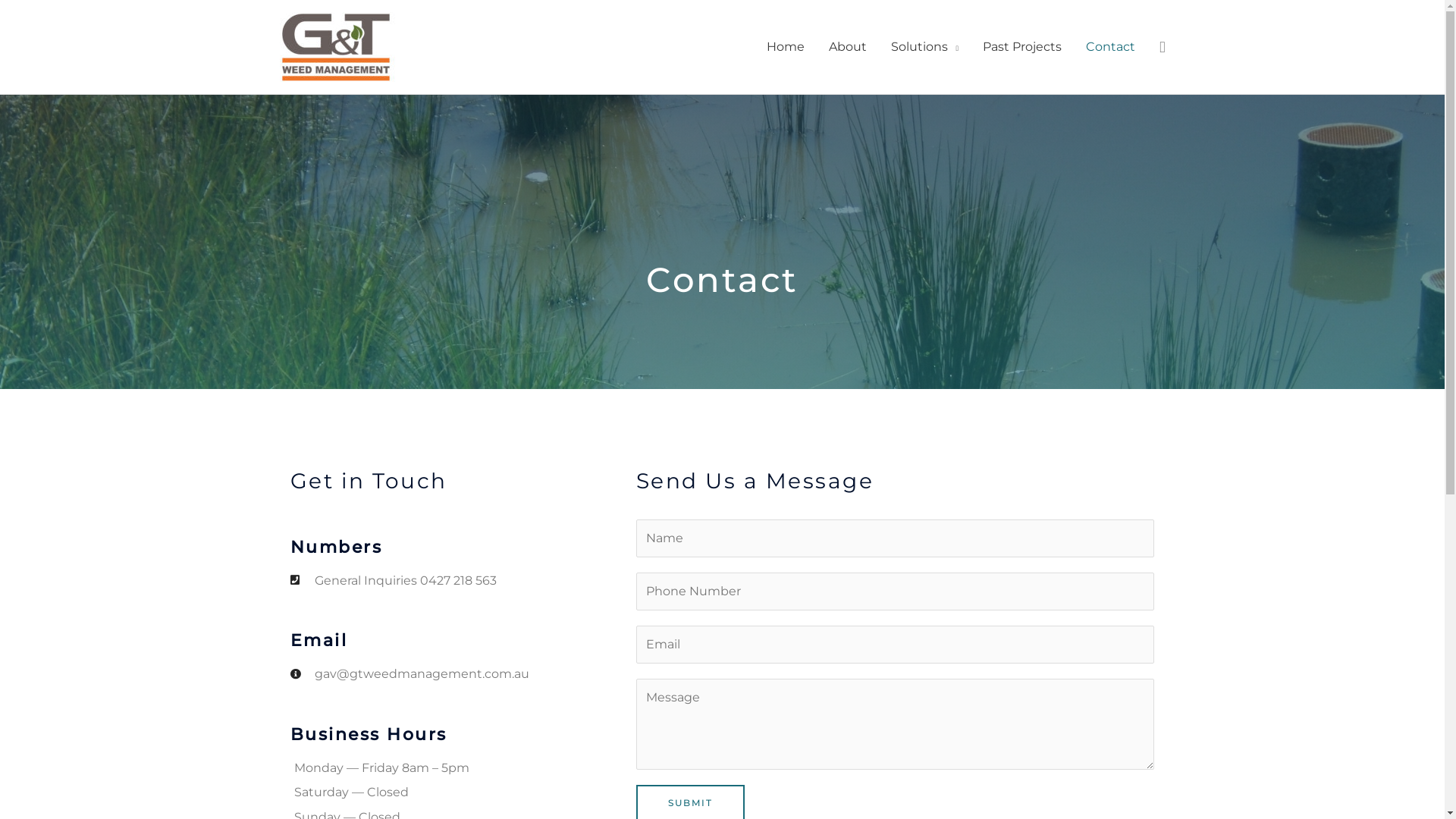  Describe the element at coordinates (847, 45) in the screenshot. I see `'About'` at that location.